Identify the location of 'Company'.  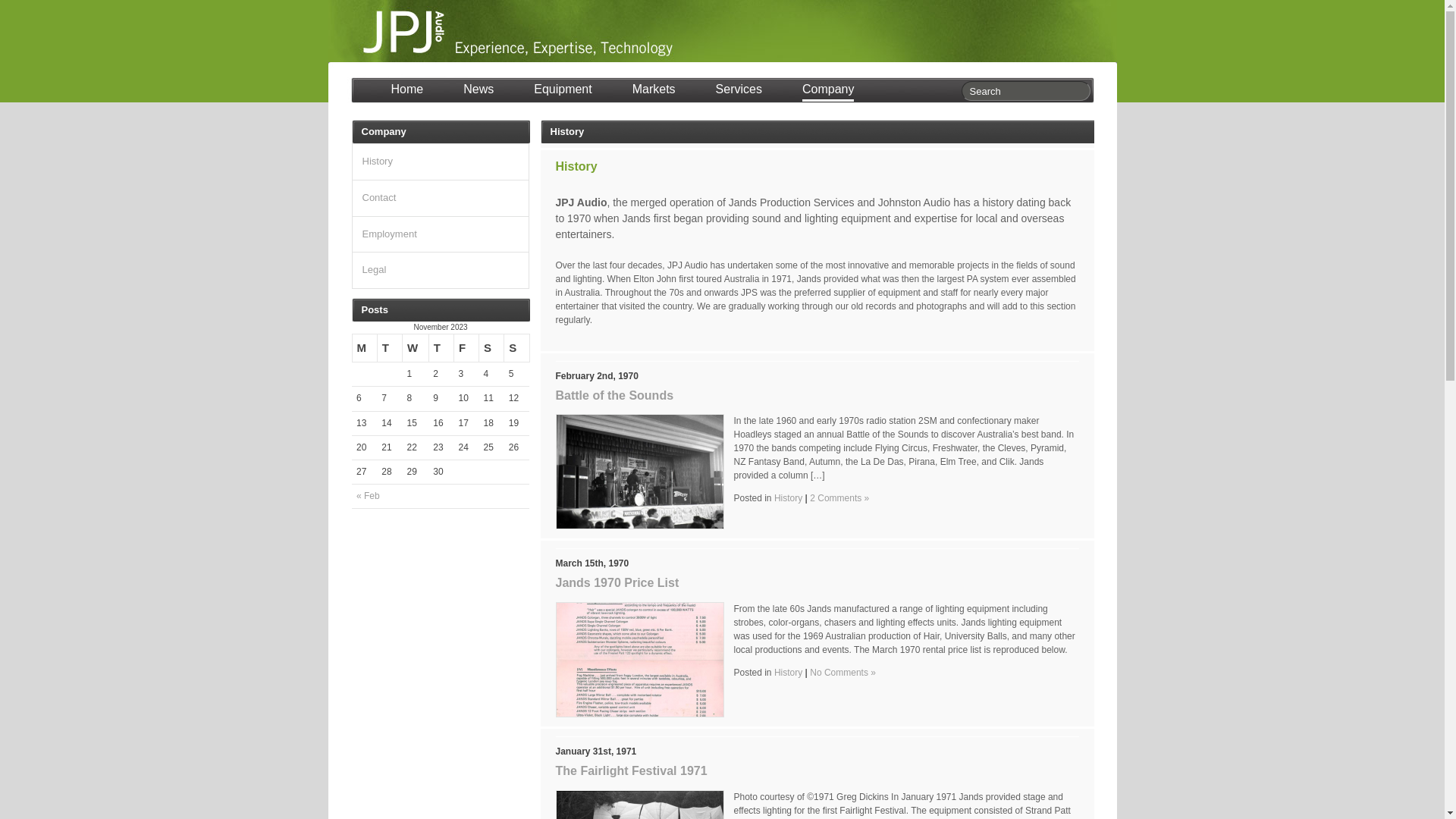
(827, 91).